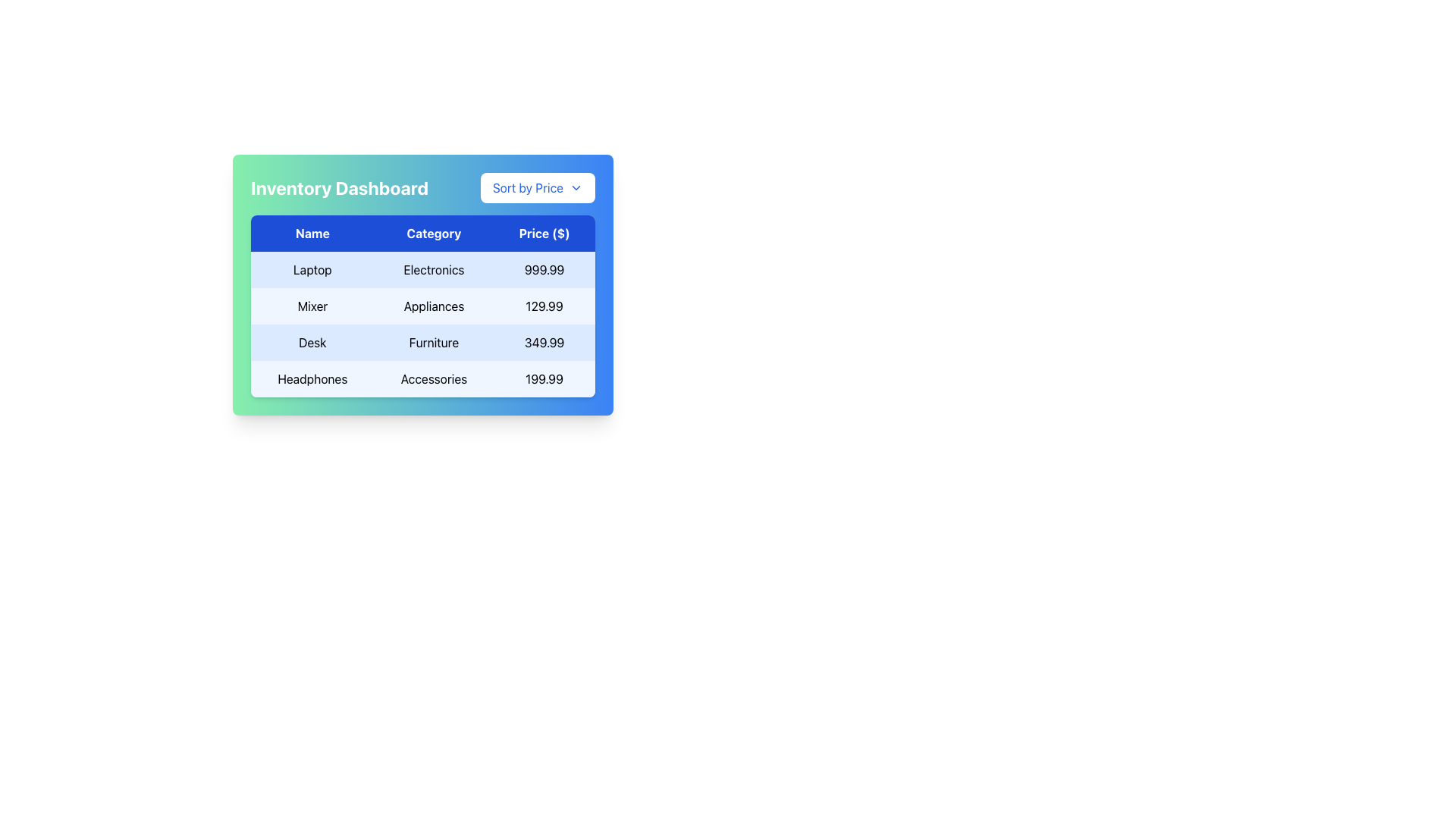  What do you see at coordinates (422, 378) in the screenshot?
I see `or highlight the fourth table row displaying 'Headphones', 'Accessories', and '199.99' with a light blue background` at bounding box center [422, 378].